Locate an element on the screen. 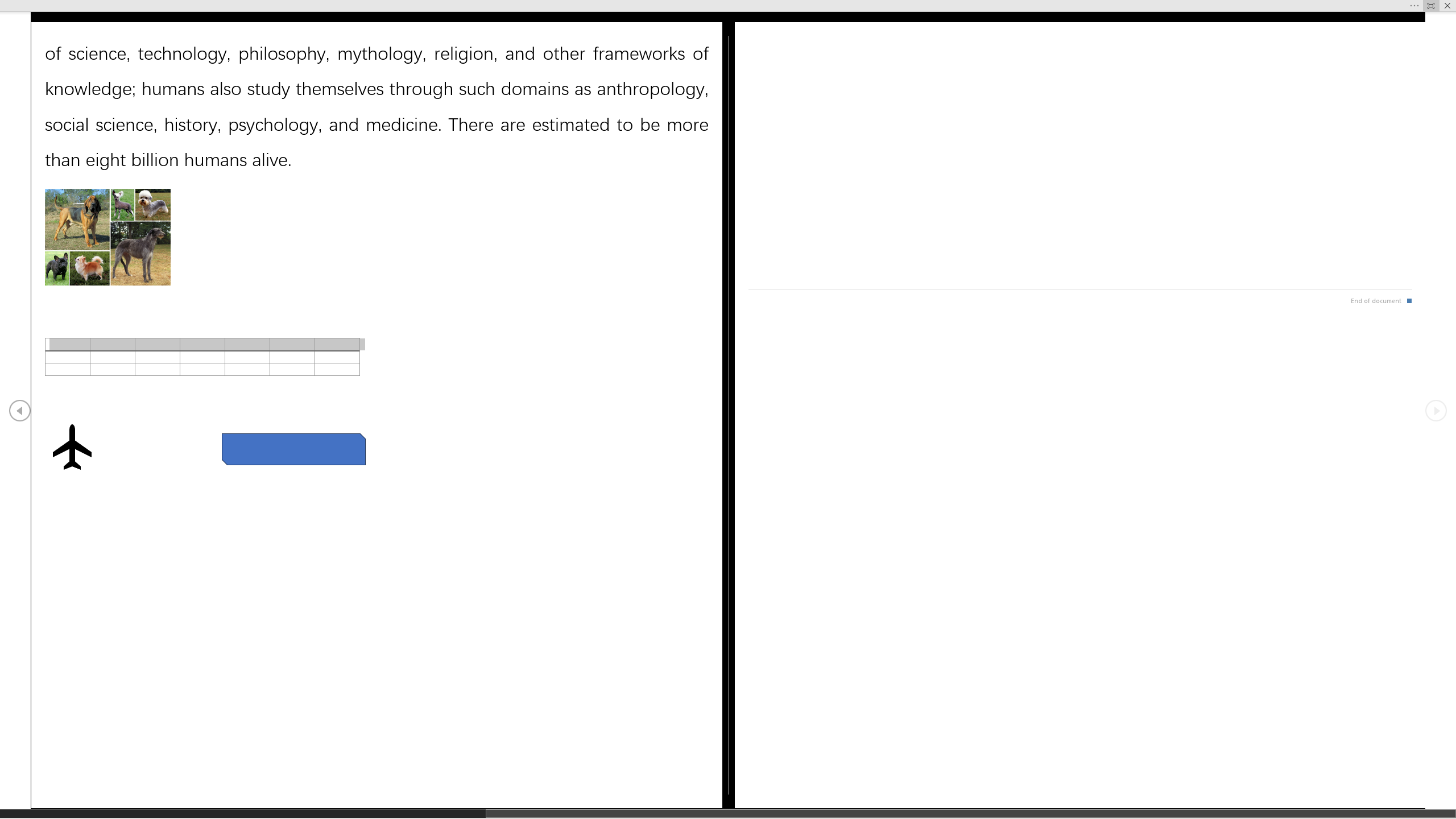 This screenshot has width=1456, height=819. 'Always Show Reading Toolbar' is located at coordinates (1430, 5).